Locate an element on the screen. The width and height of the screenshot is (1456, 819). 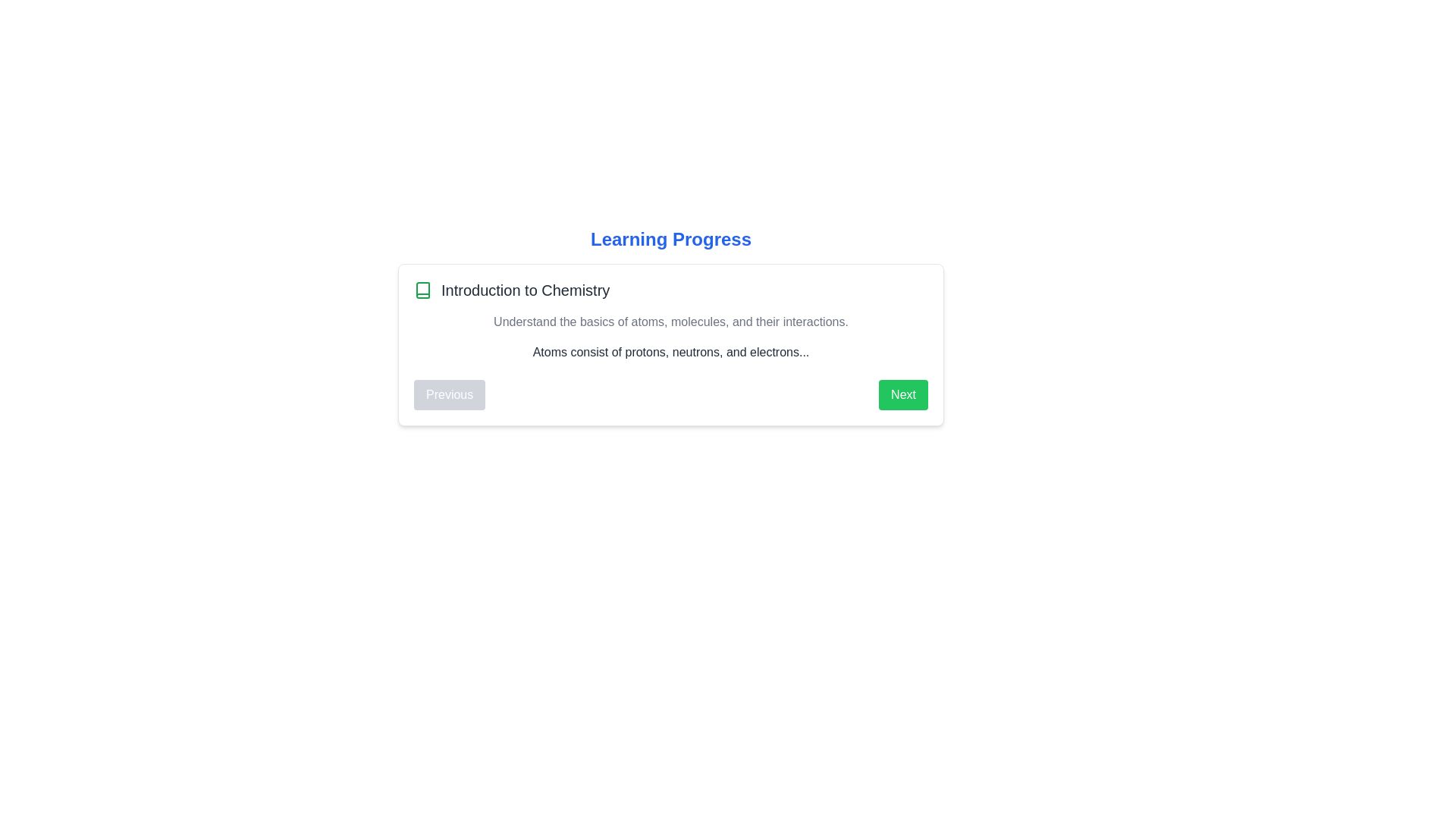
text element that serves as a section title or heading, positioned at the top center of the interface above the bordered box containing details about 'Introduction to Chemistry.' is located at coordinates (670, 239).